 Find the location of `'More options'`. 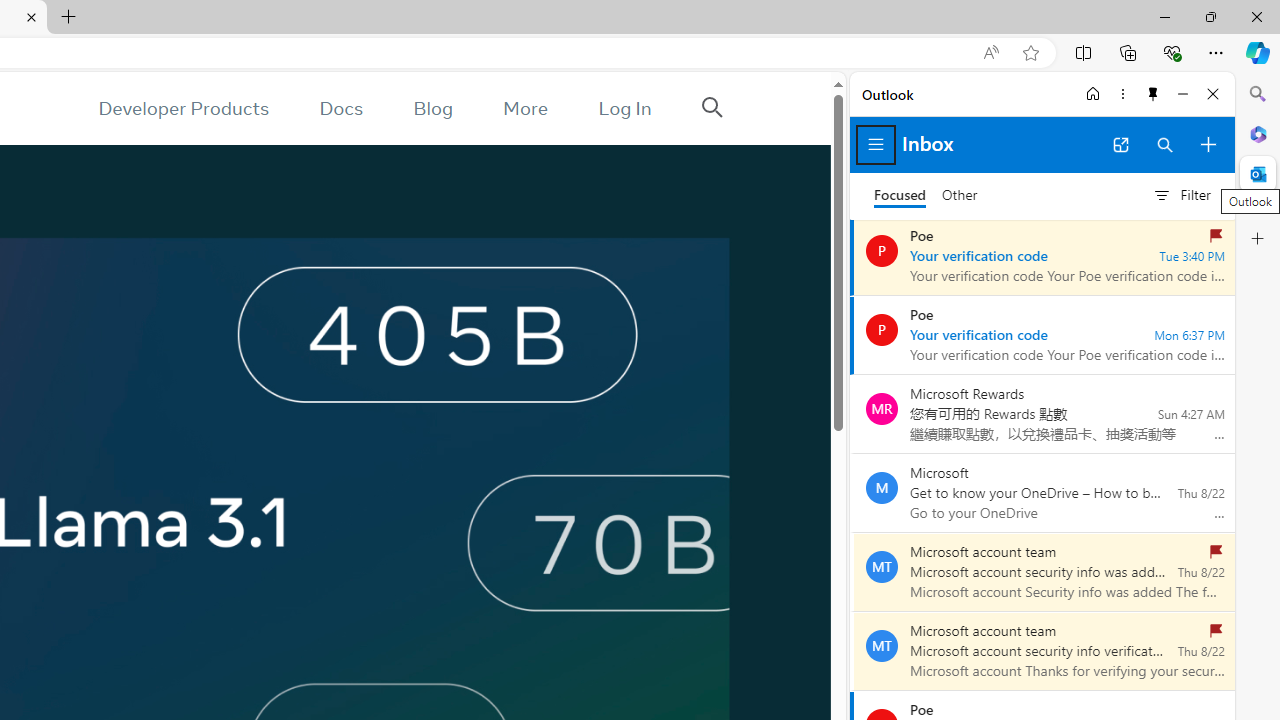

'More options' is located at coordinates (1122, 93).